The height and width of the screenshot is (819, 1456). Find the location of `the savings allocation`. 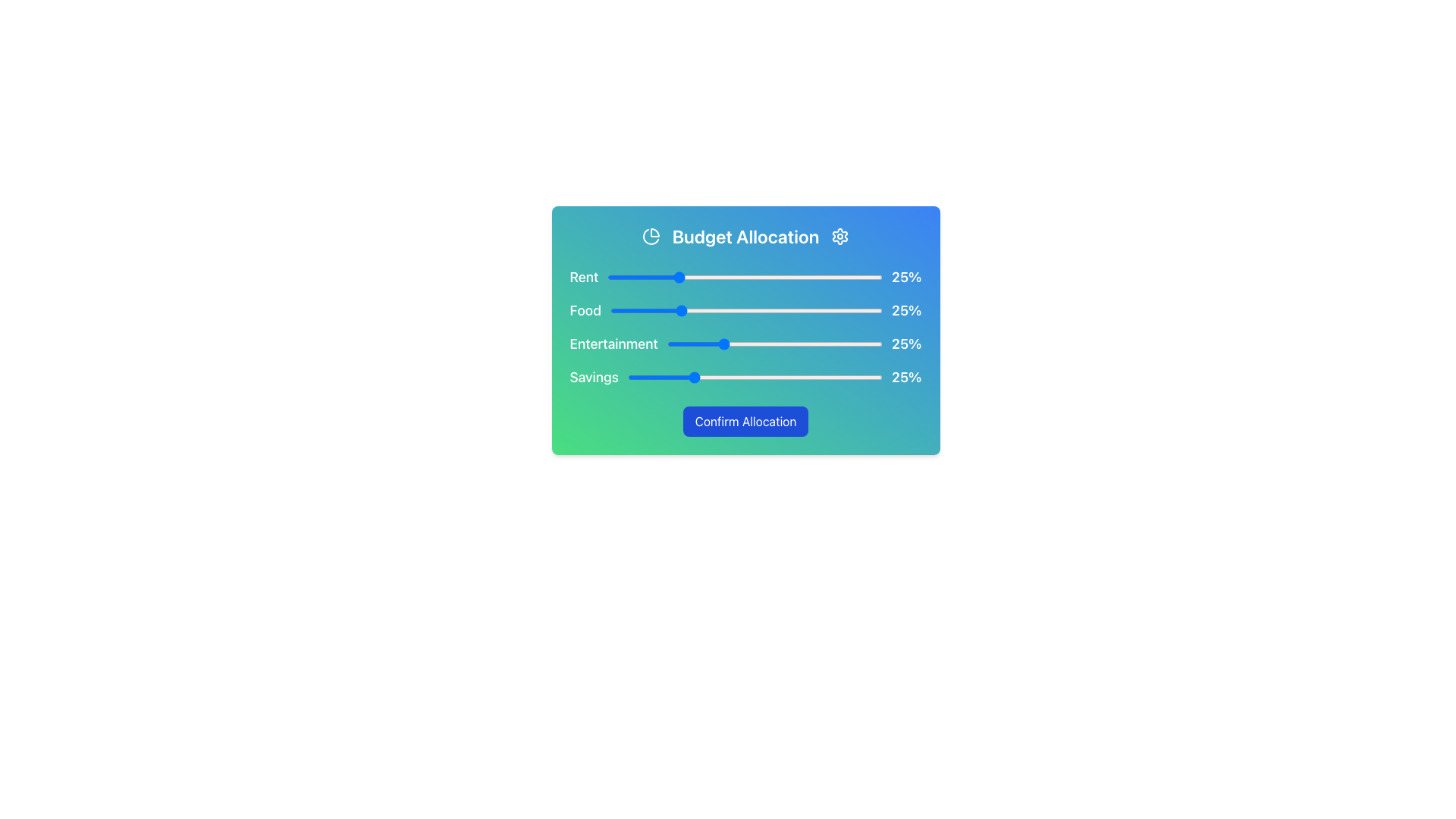

the savings allocation is located at coordinates (877, 376).